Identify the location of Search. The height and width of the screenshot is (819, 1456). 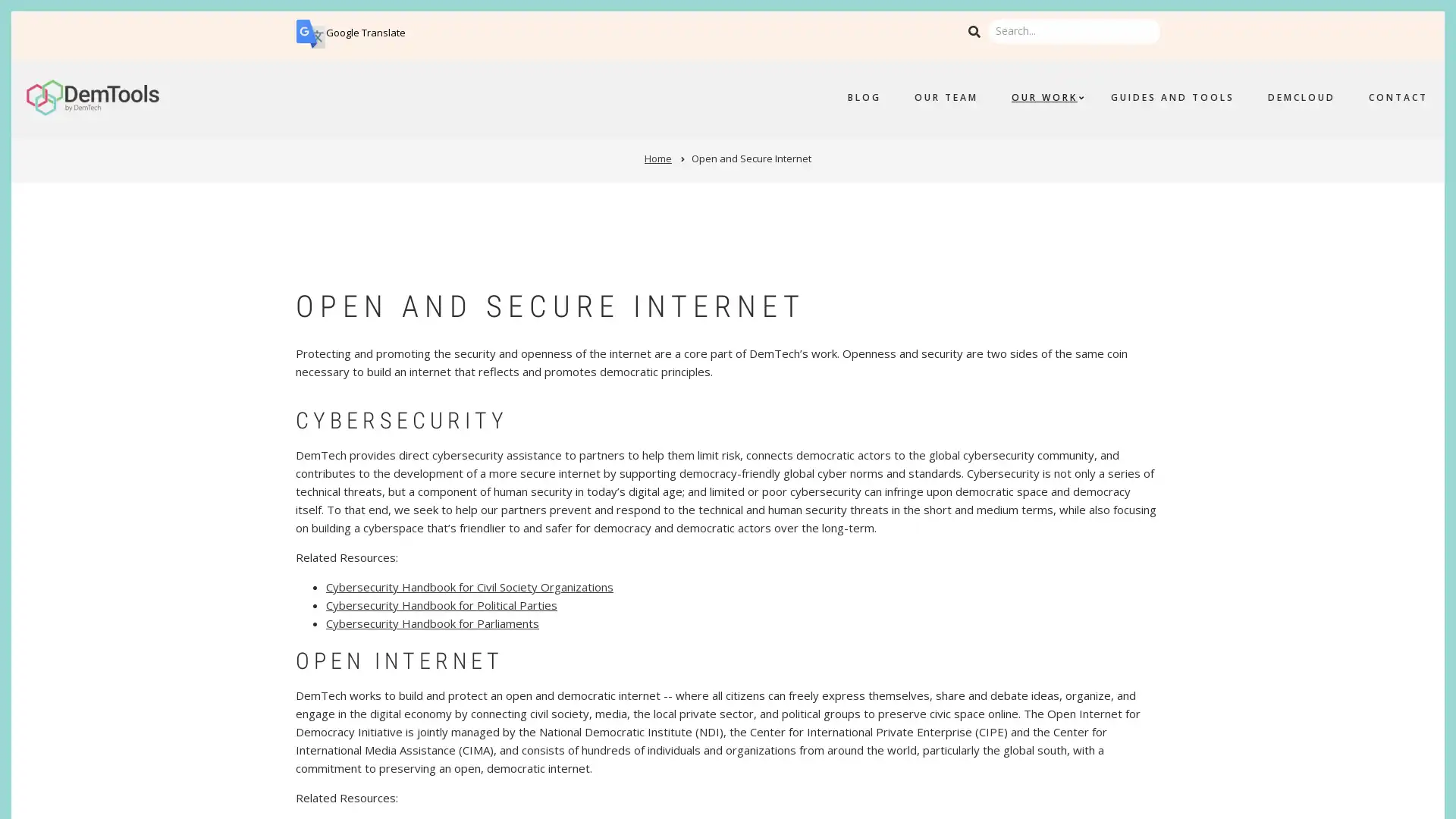
(974, 32).